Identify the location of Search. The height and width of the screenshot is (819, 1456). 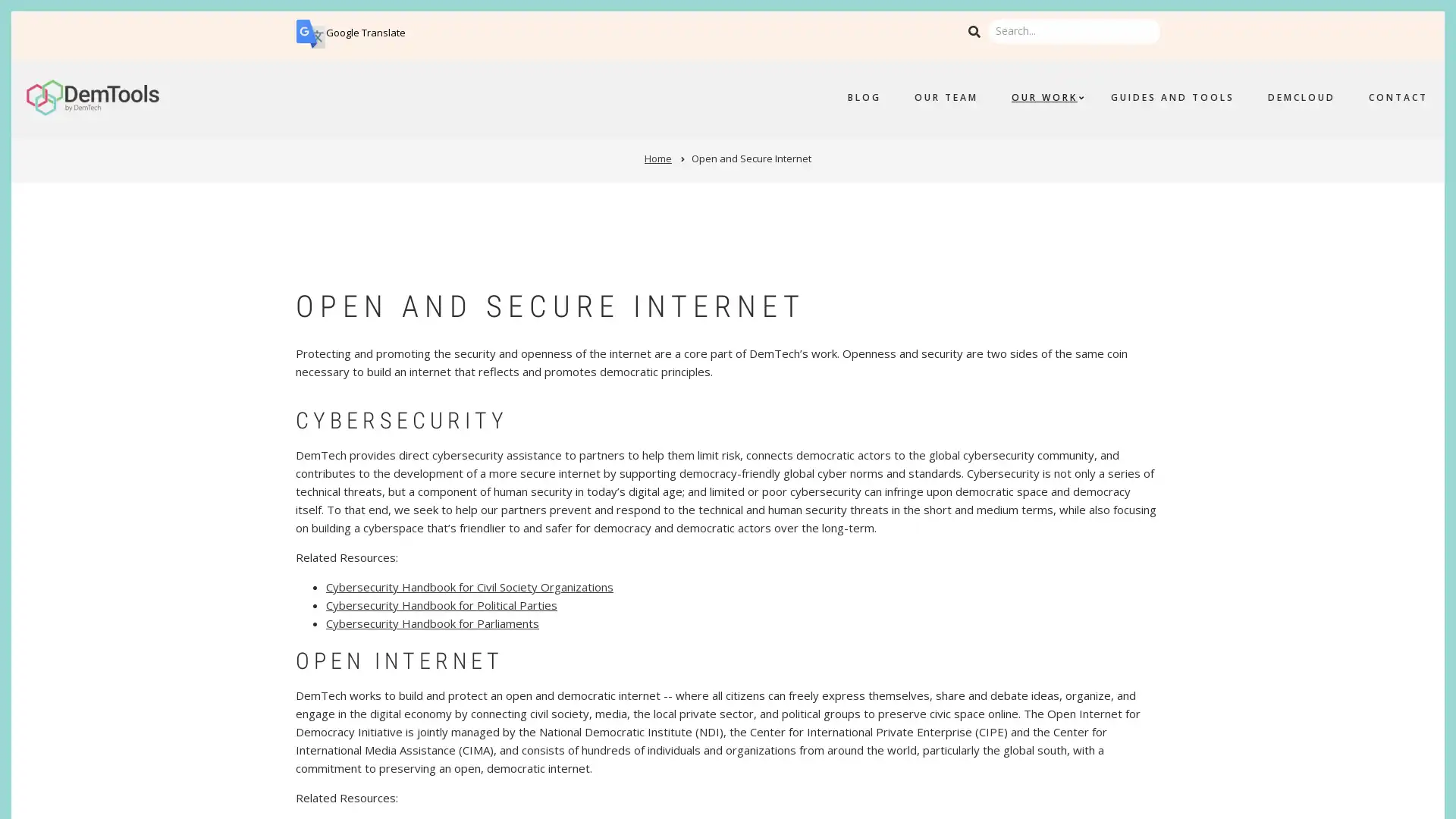
(974, 32).